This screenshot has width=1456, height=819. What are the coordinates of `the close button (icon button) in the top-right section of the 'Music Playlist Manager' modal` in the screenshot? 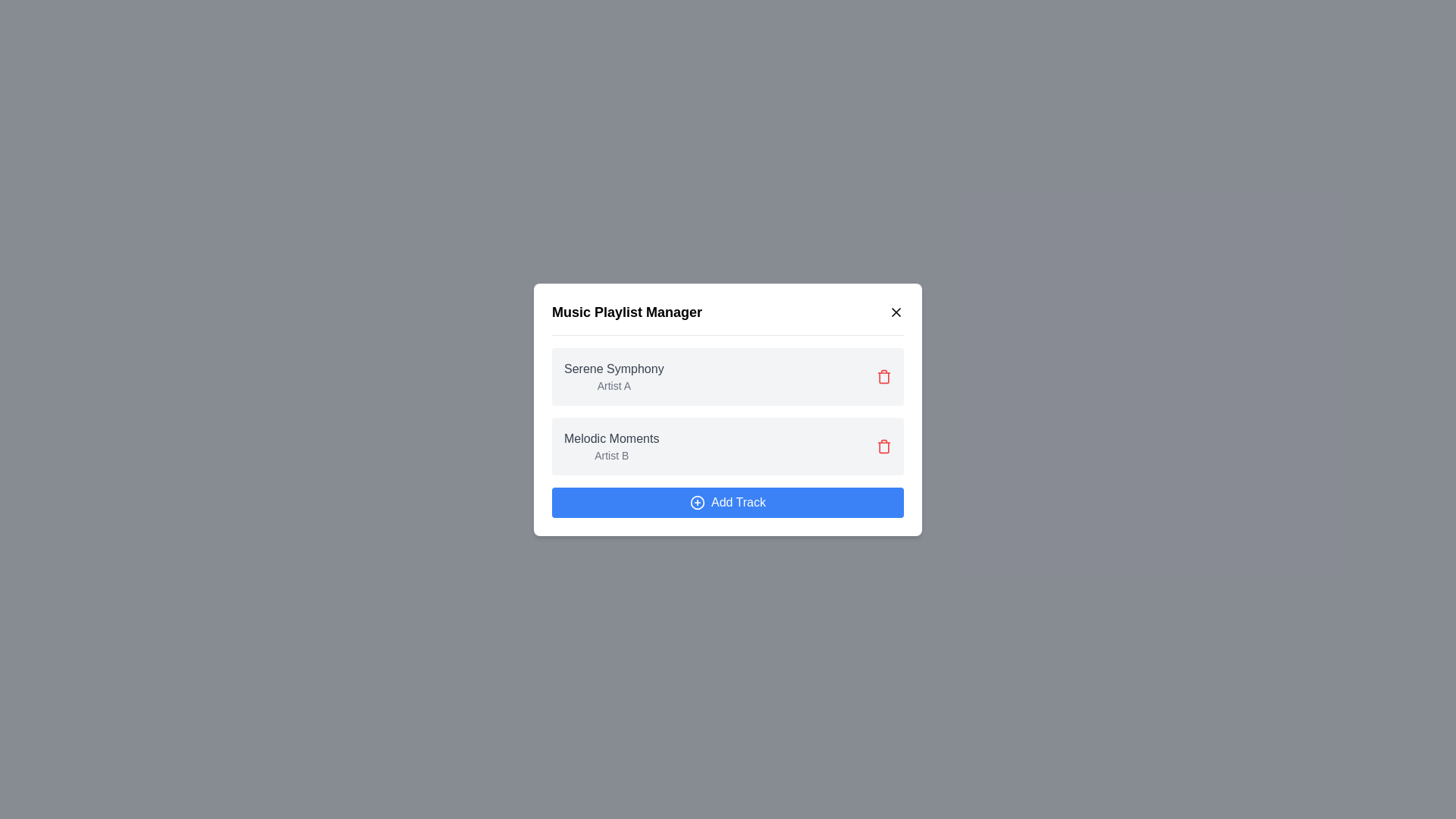 It's located at (896, 311).